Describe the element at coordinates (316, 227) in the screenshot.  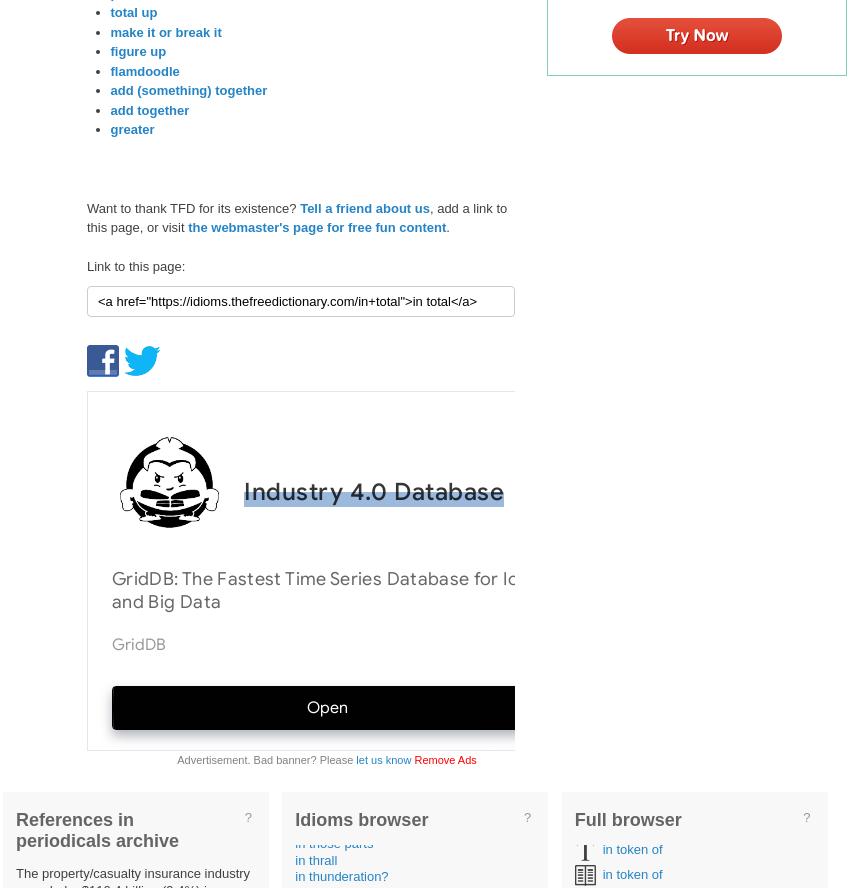
I see `'the webmaster's page for free fun content'` at that location.